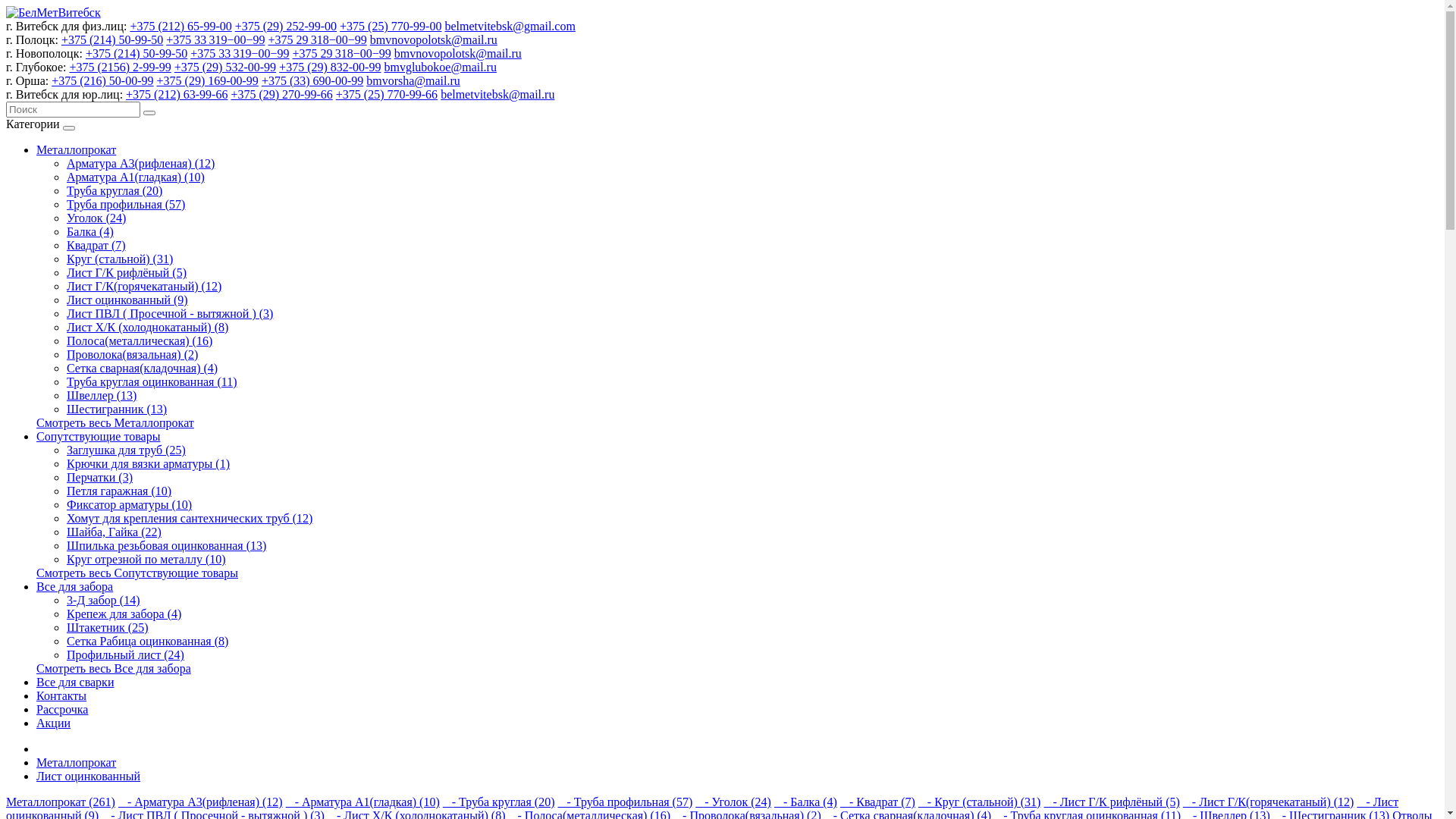 Image resolution: width=1456 pixels, height=819 pixels. I want to click on 'bmvnovopolotsk@mail.ru', so click(432, 39).